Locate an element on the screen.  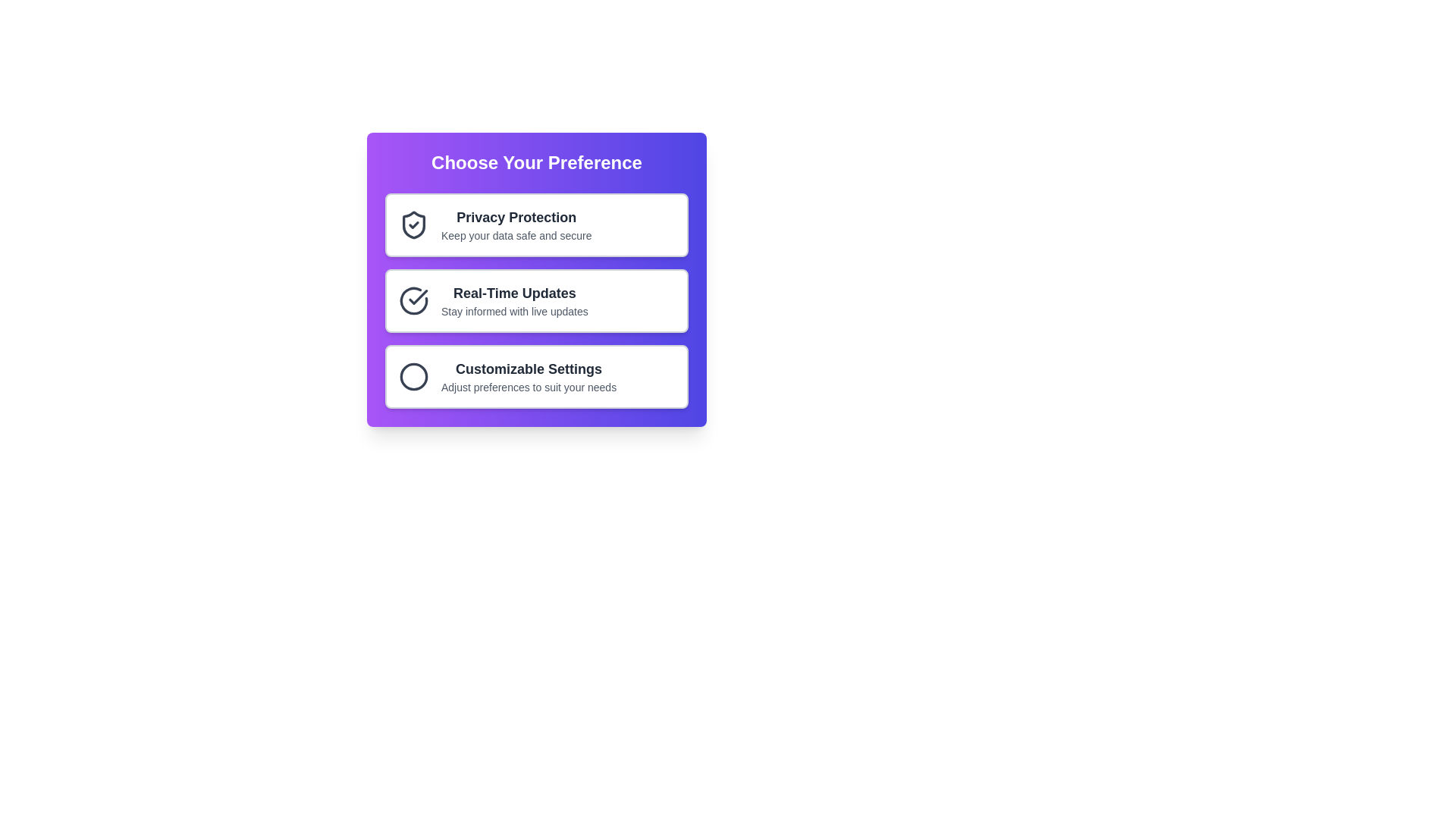
the bold text label 'Real-Time Updates' located in the second card of the vertically-stacked options is located at coordinates (514, 293).